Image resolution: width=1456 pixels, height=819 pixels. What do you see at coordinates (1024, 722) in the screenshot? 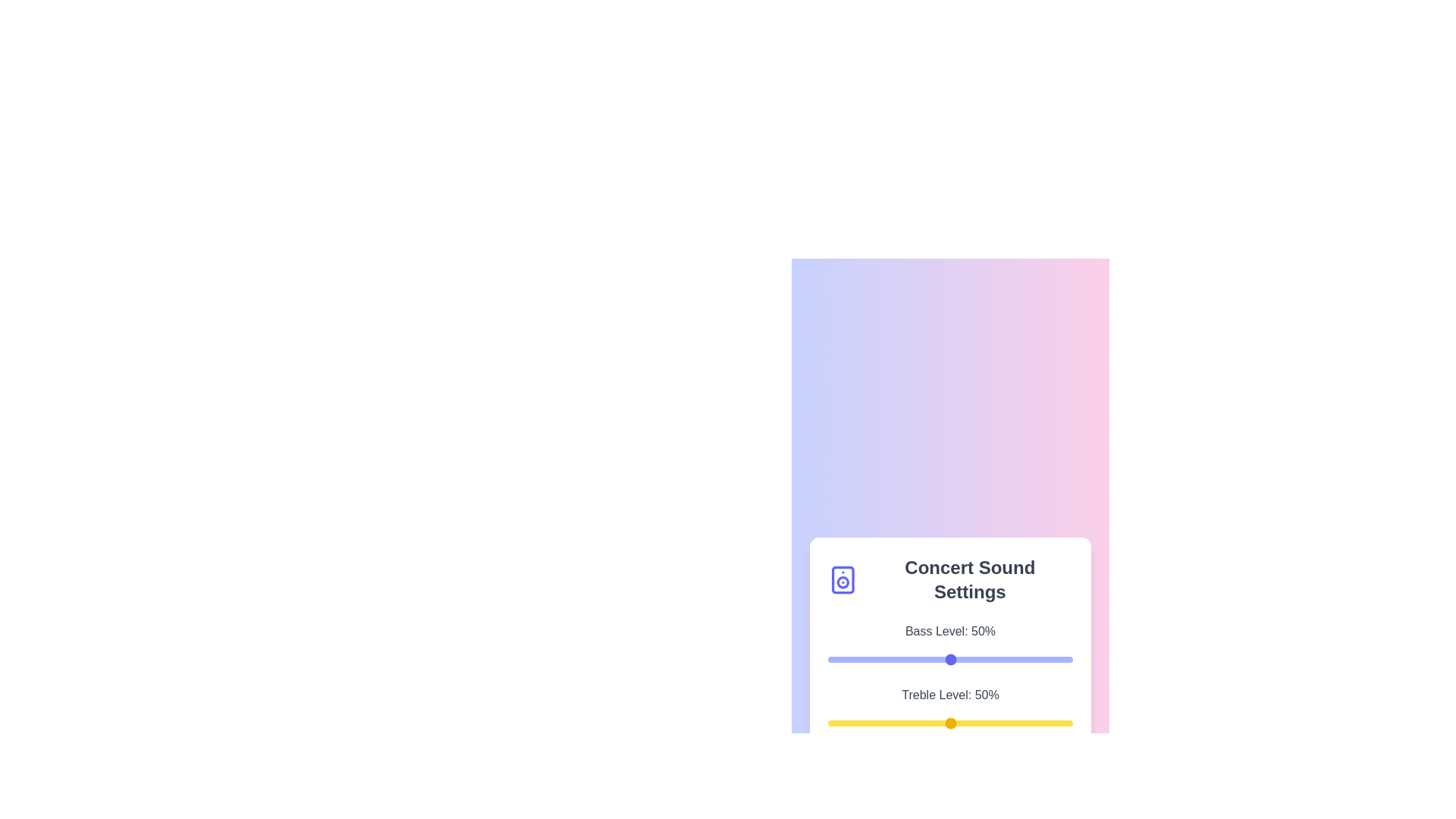
I see `the treble level to 80% by interacting with the slider` at bounding box center [1024, 722].